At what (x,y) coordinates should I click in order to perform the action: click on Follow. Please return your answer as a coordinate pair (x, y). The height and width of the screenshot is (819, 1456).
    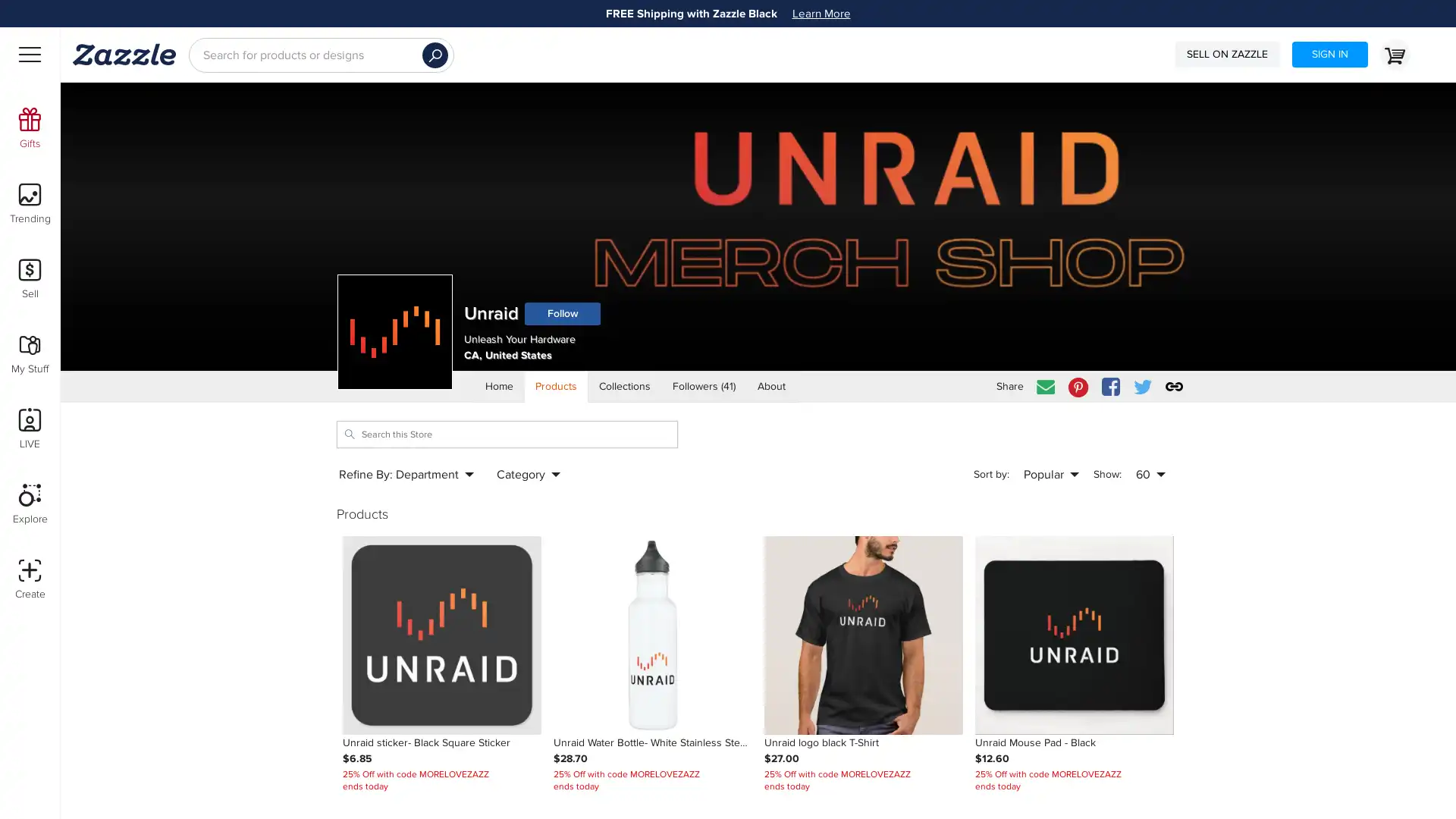
    Looking at the image, I should click on (562, 312).